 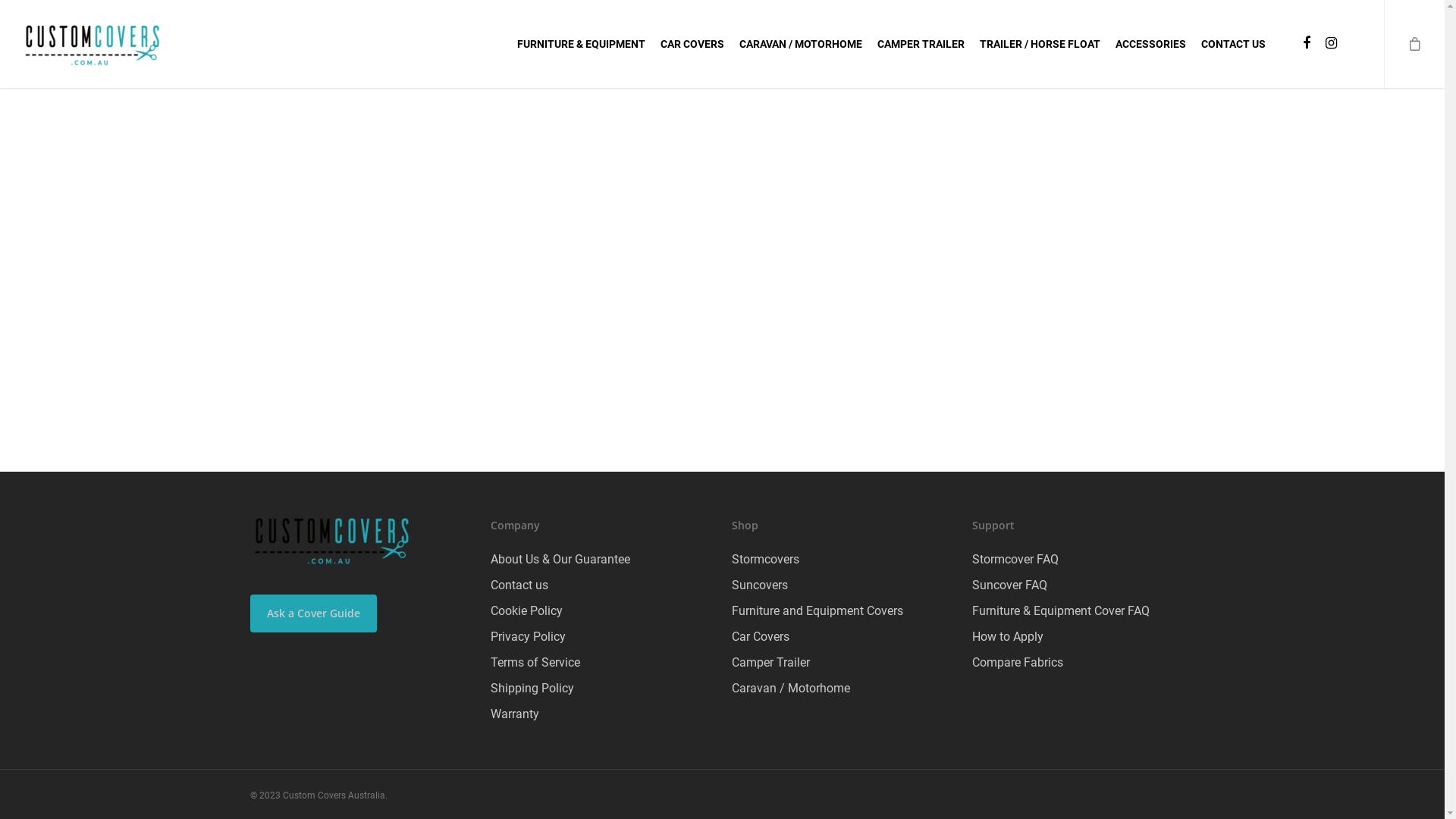 What do you see at coordinates (1082, 637) in the screenshot?
I see `'How to Apply'` at bounding box center [1082, 637].